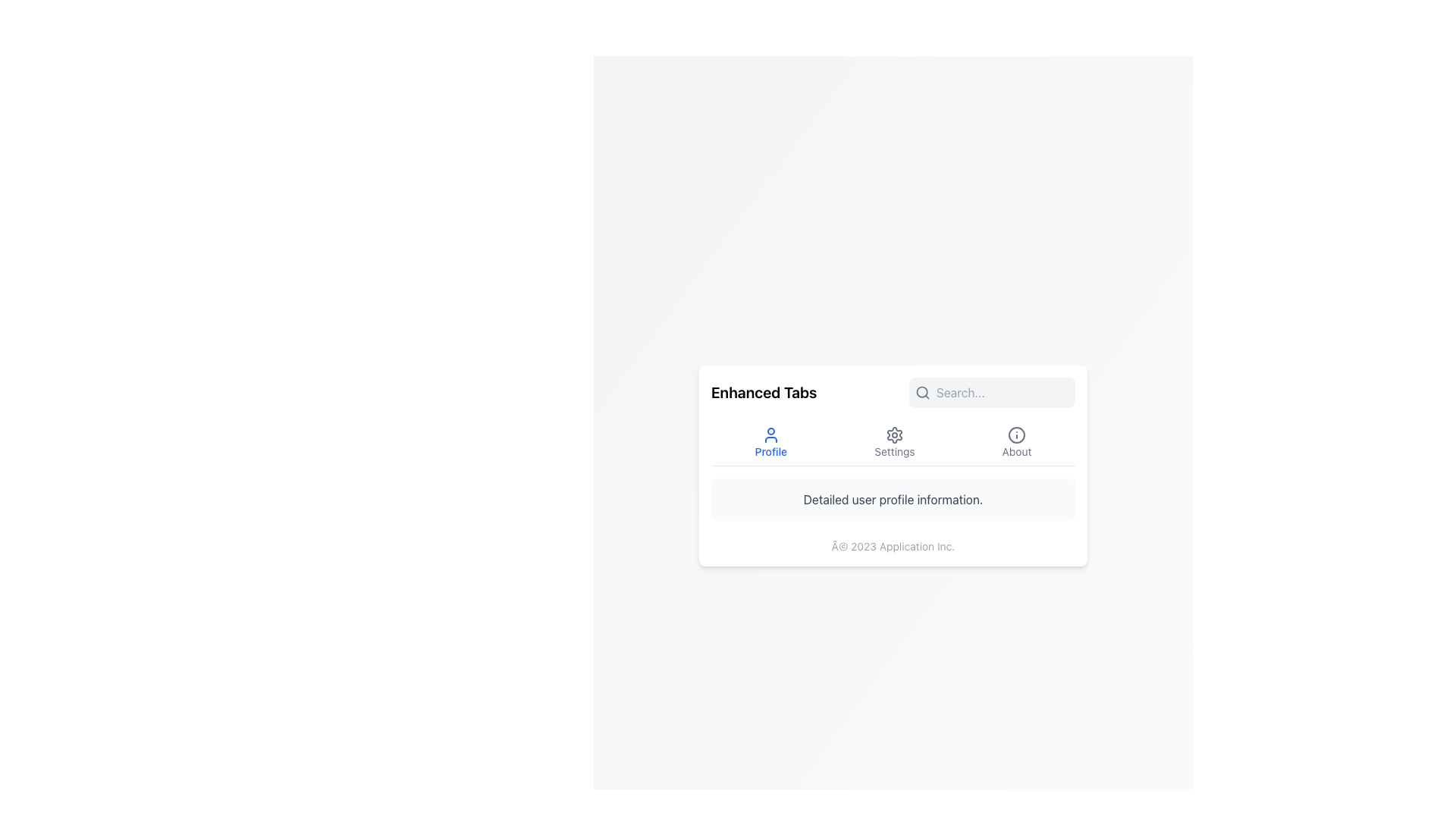  What do you see at coordinates (764, 391) in the screenshot?
I see `the 'Enhanced Tabs' text label element` at bounding box center [764, 391].